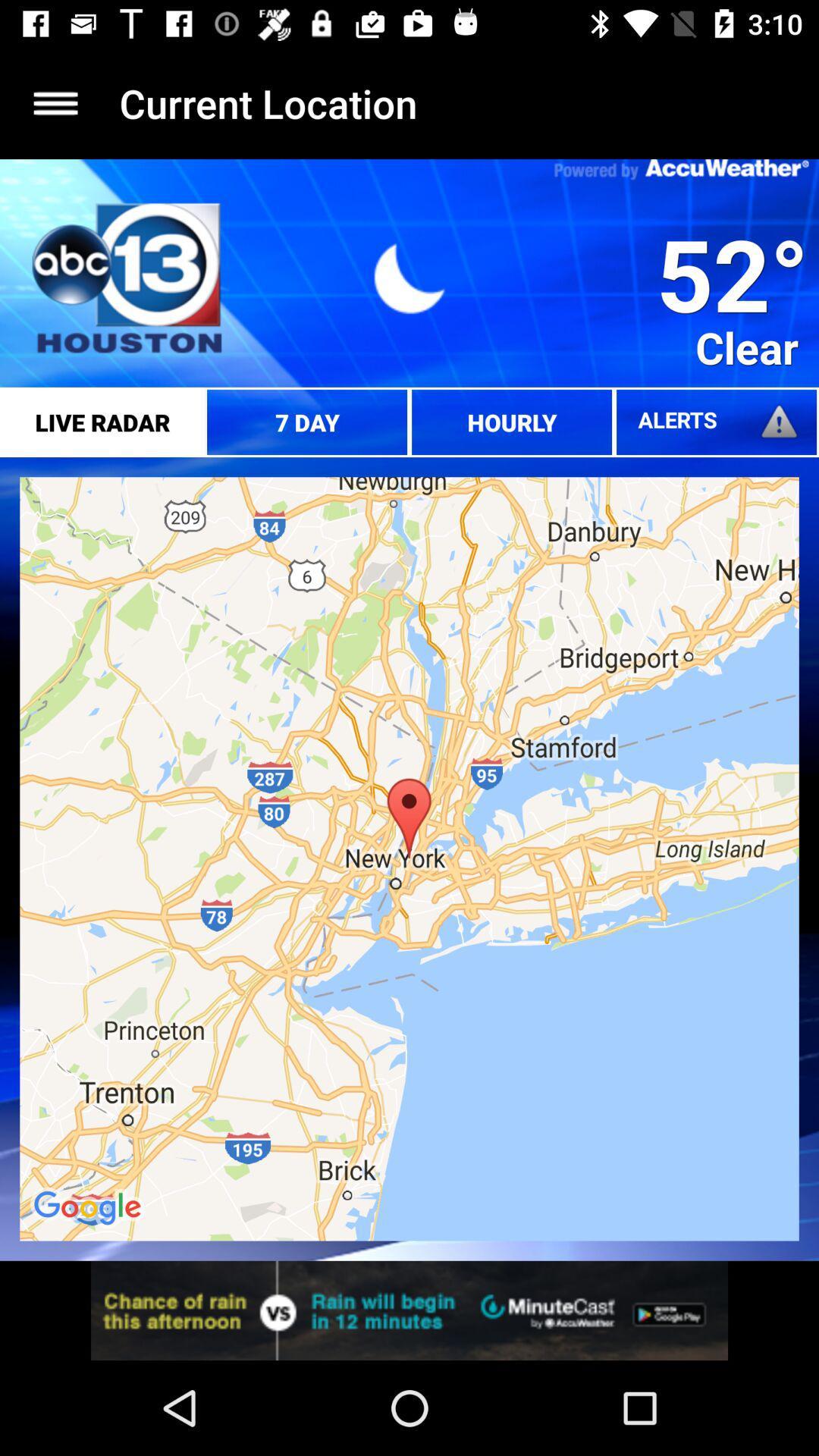 This screenshot has height=1456, width=819. I want to click on look at options, so click(55, 102).